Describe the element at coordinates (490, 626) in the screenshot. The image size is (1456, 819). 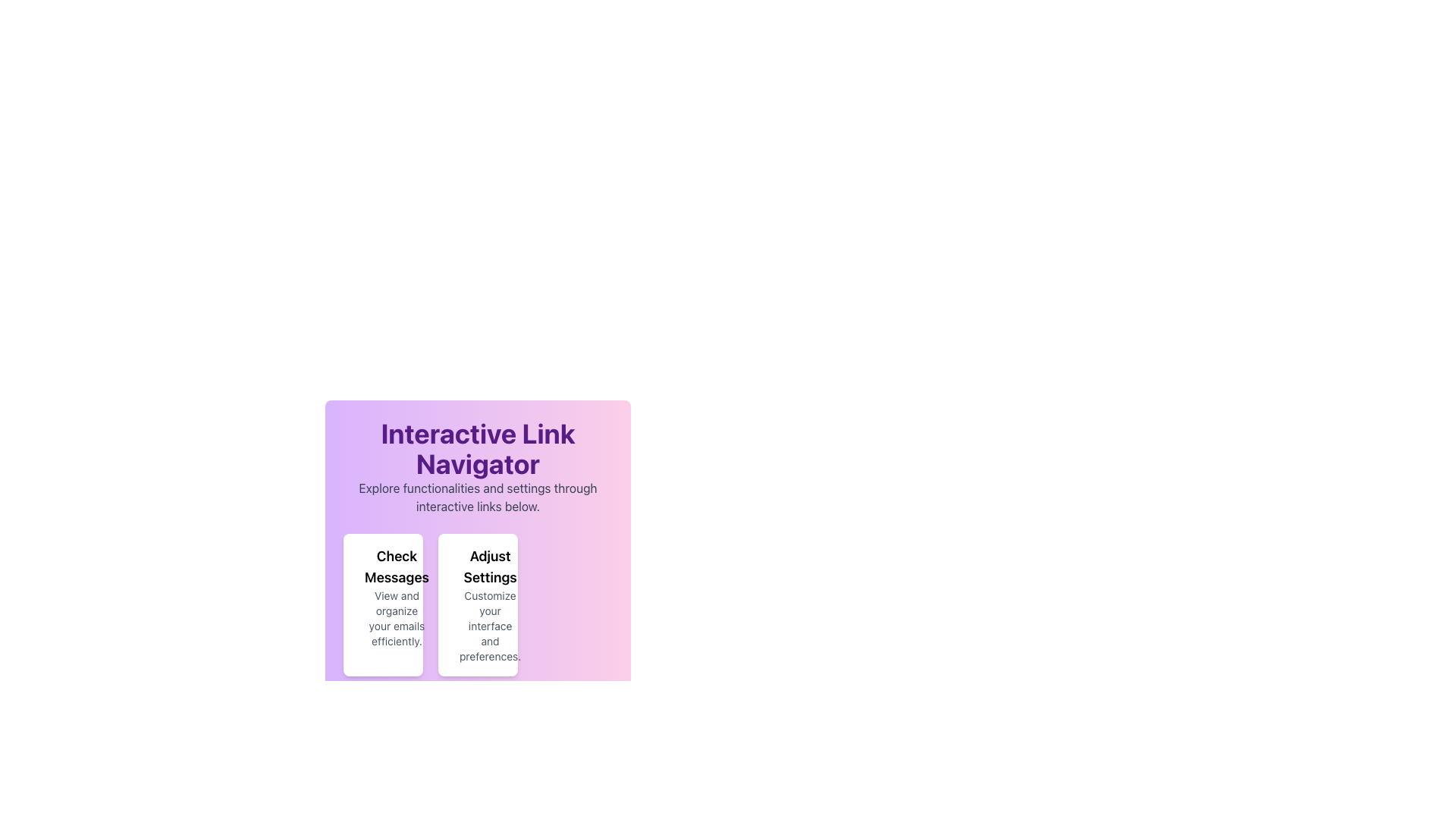
I see `the descriptive Text Label that clarifies the purpose of the 'Adjust Settings' option, located beneath the heading 'Adjust Settings'` at that location.